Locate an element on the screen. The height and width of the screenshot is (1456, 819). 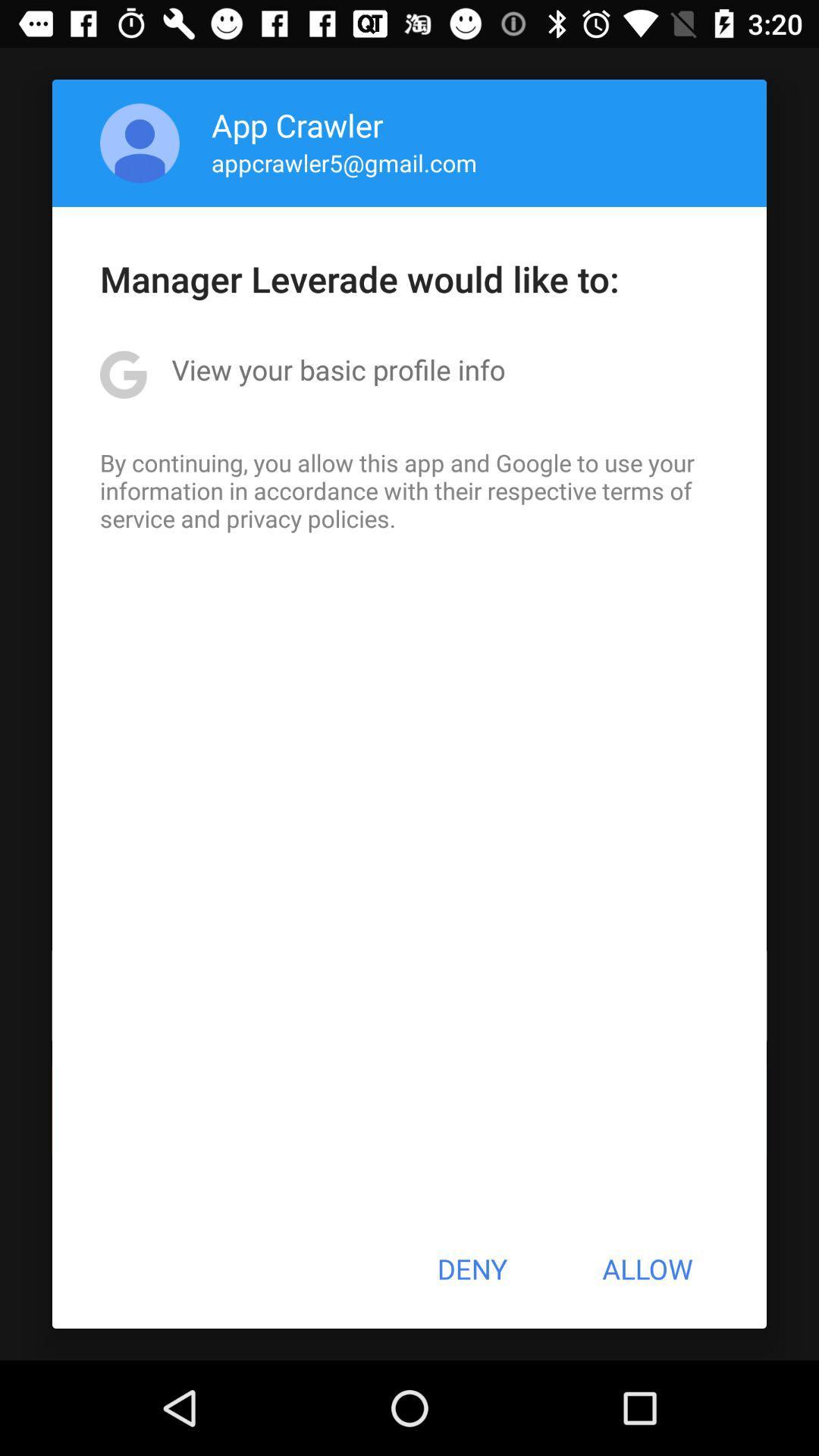
app above the manager leverade would is located at coordinates (344, 162).